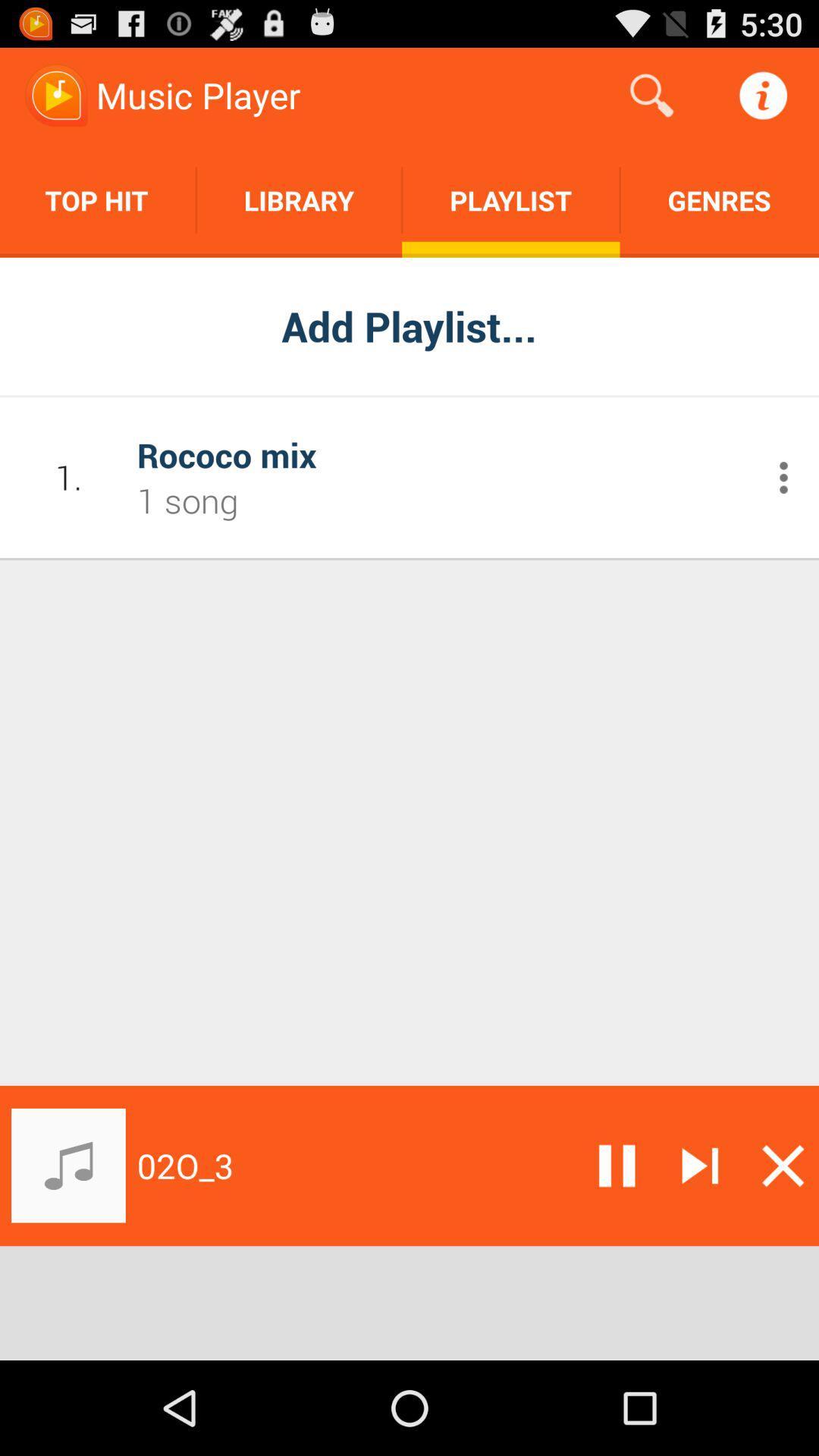 Image resolution: width=819 pixels, height=1456 pixels. What do you see at coordinates (783, 476) in the screenshot?
I see `open additional menu commands` at bounding box center [783, 476].